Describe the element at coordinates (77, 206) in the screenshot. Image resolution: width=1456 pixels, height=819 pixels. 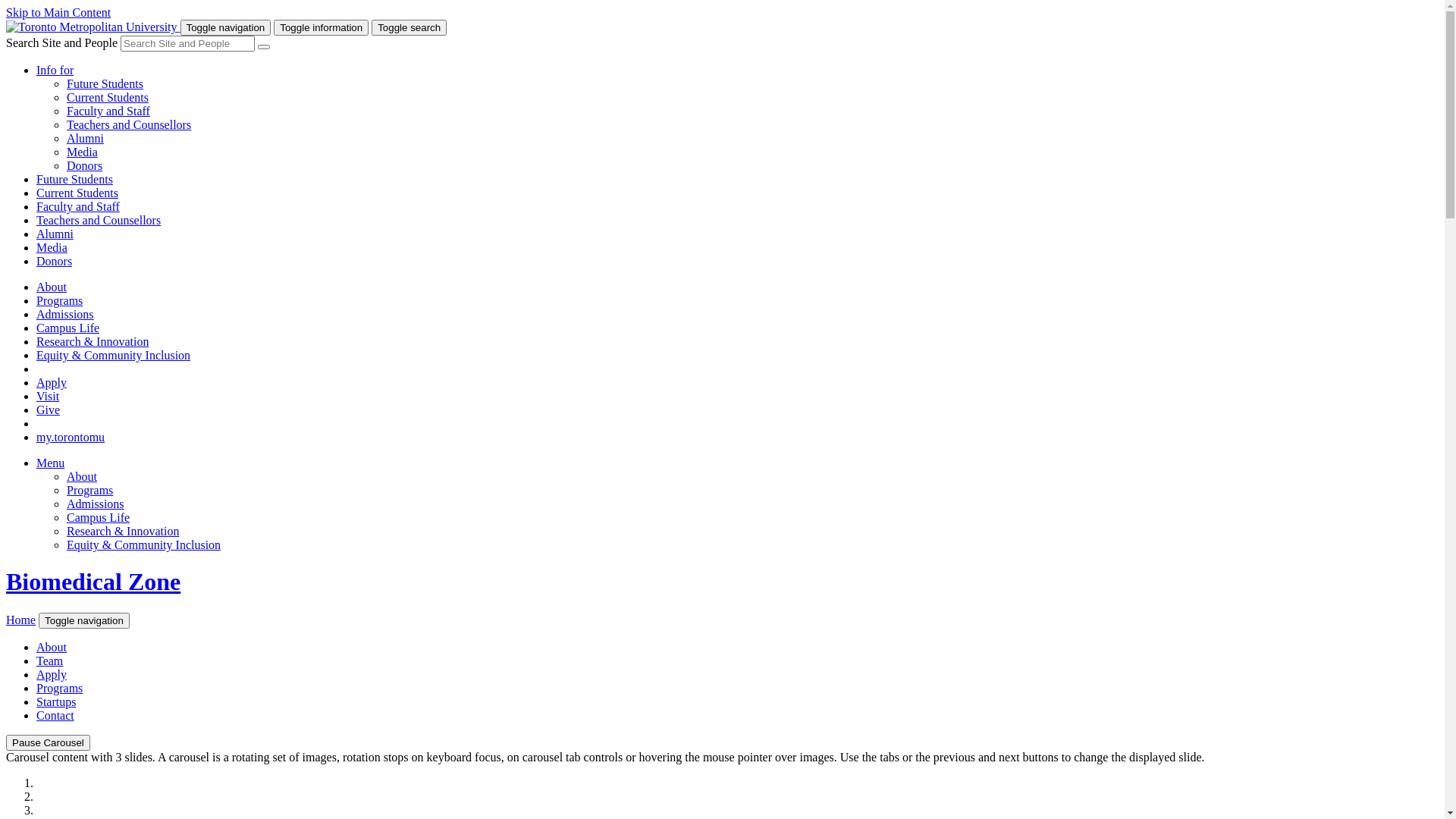
I see `'Faculty and Staff'` at that location.